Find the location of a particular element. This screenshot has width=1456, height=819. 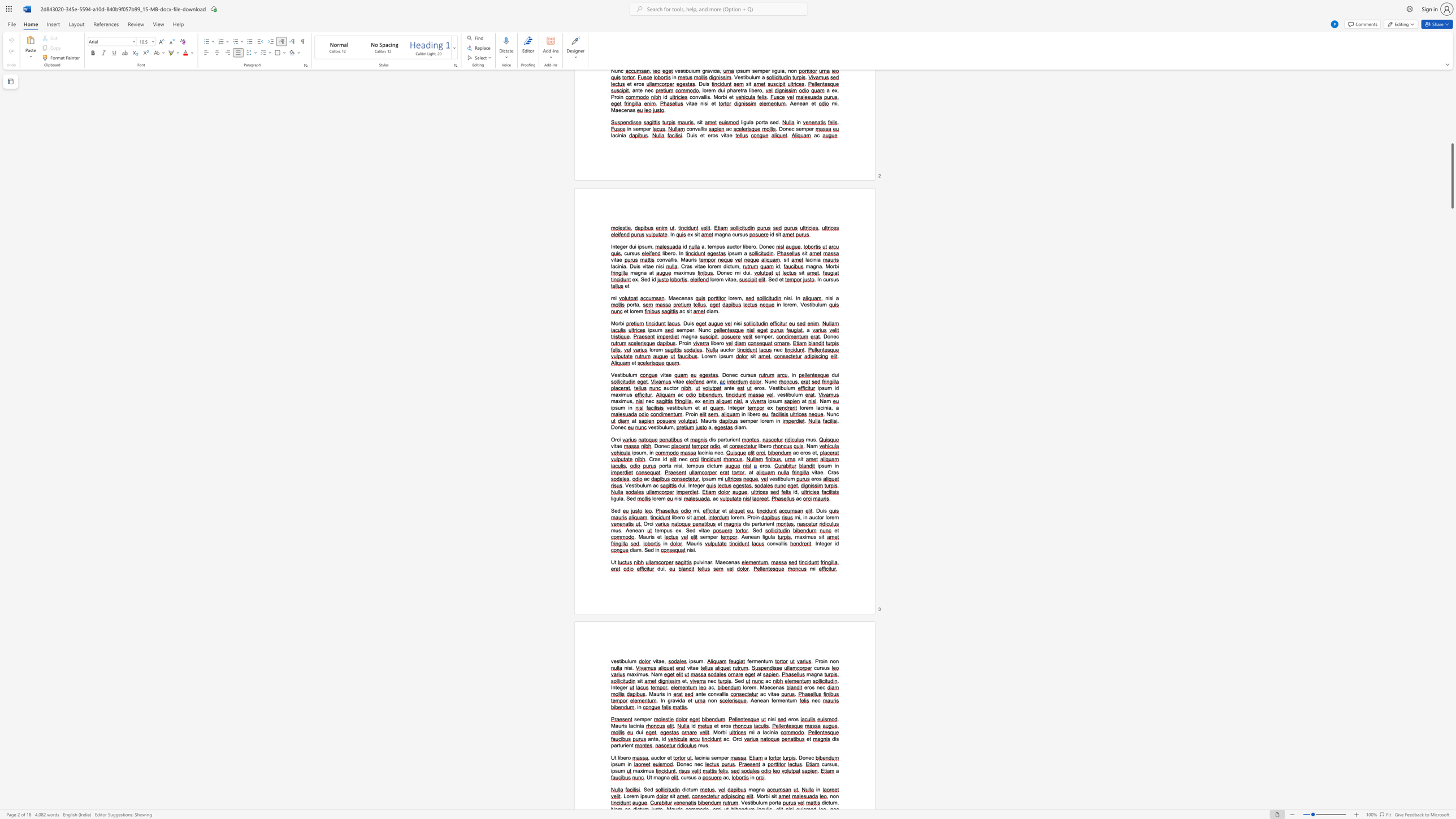

the space between the continuous character "u" and "r" in the text is located at coordinates (658, 694).